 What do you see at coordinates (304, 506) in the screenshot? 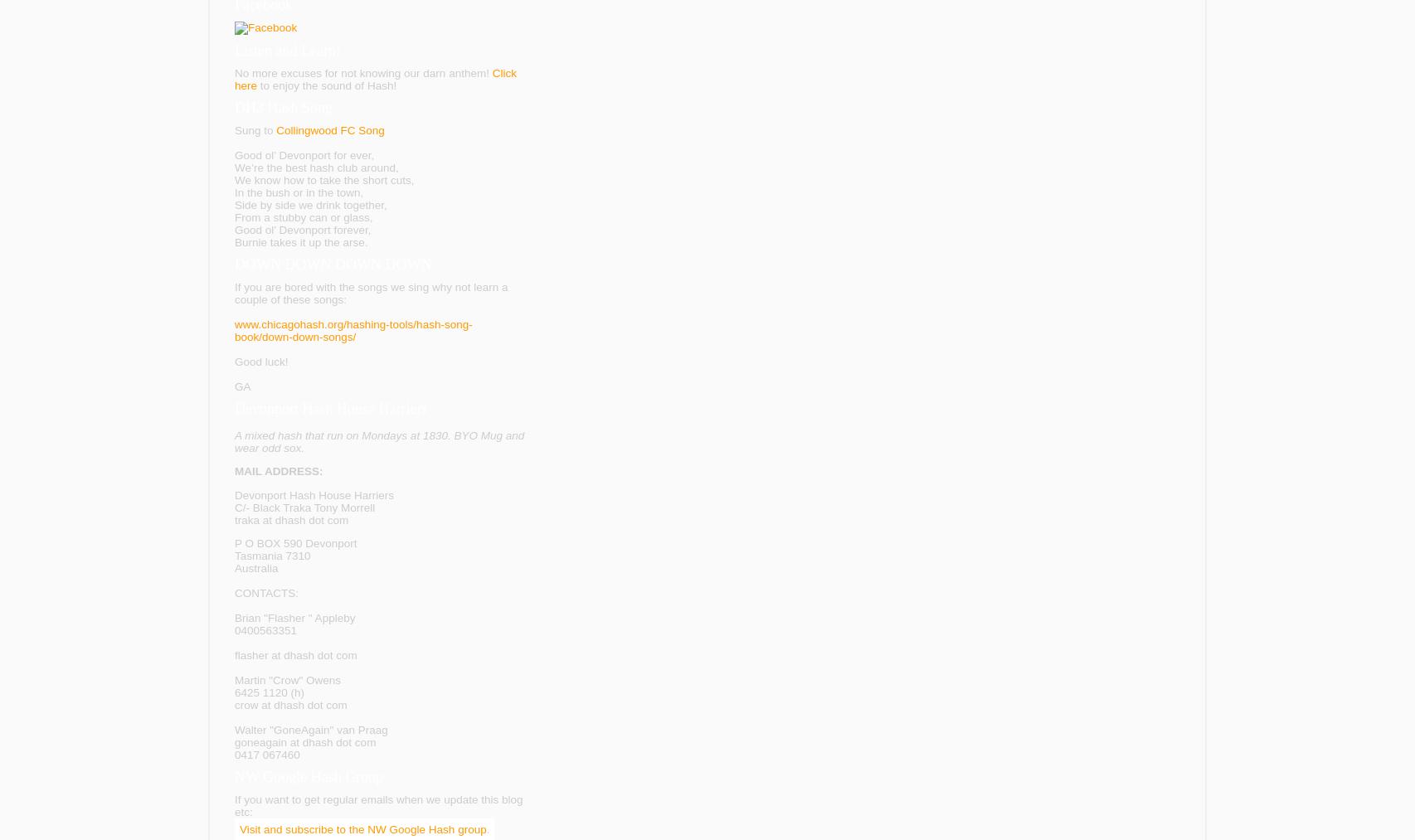
I see `'C/- Black Traka Tony Morrell'` at bounding box center [304, 506].